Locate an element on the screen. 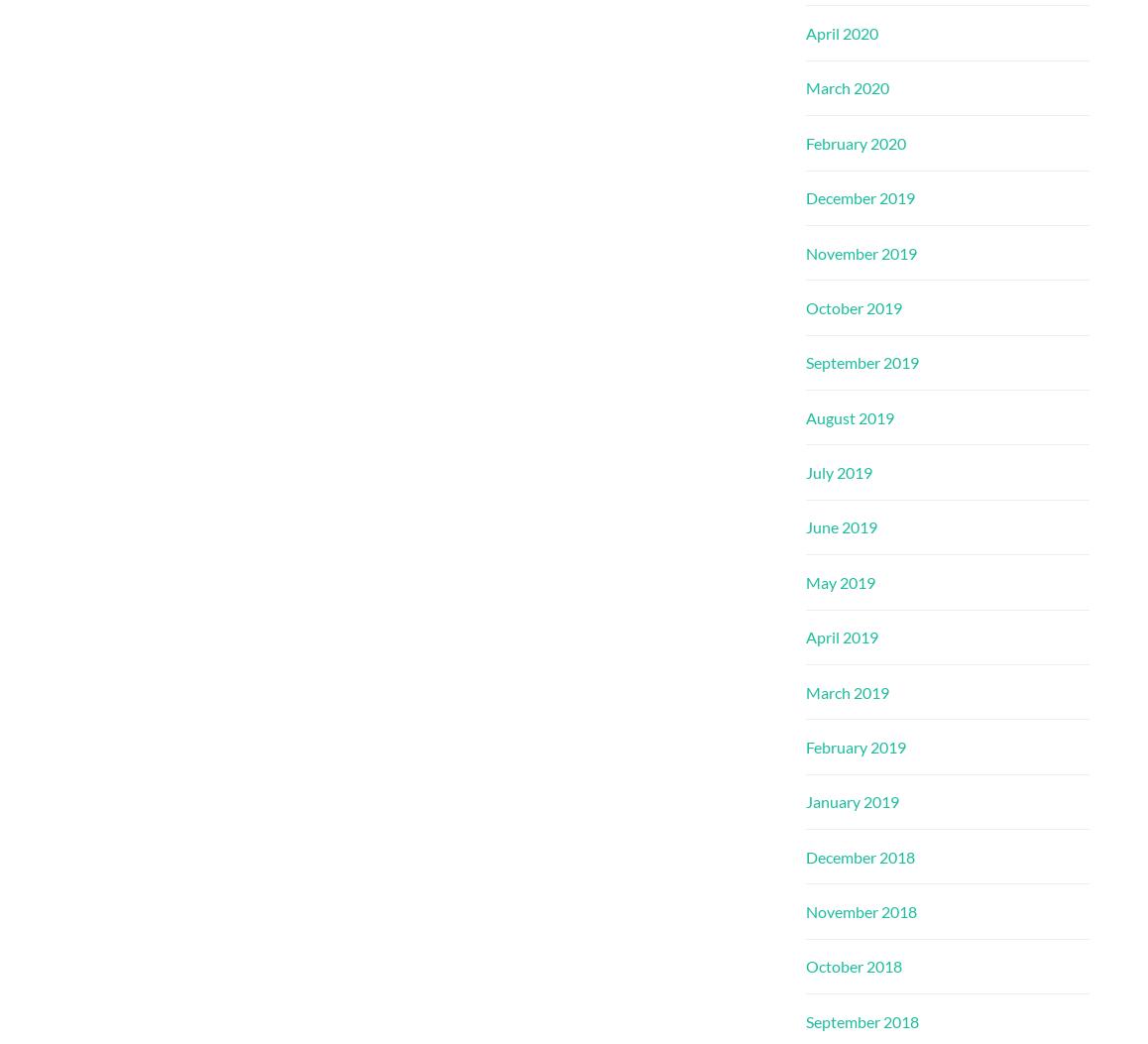 The height and width of the screenshot is (1044, 1148). 'April 2019' is located at coordinates (841, 636).